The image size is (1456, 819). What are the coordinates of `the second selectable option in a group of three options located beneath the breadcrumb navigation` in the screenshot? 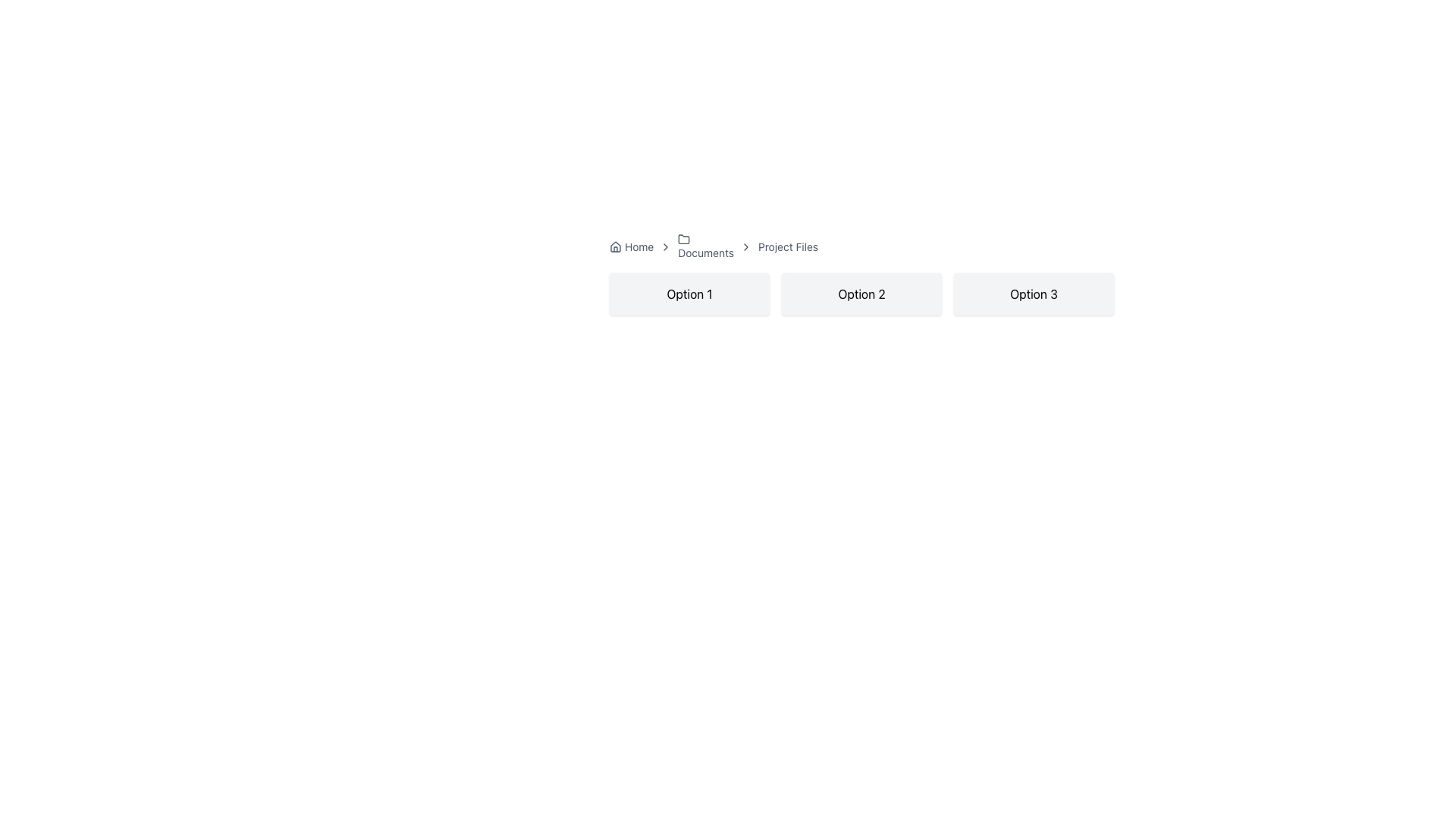 It's located at (861, 294).